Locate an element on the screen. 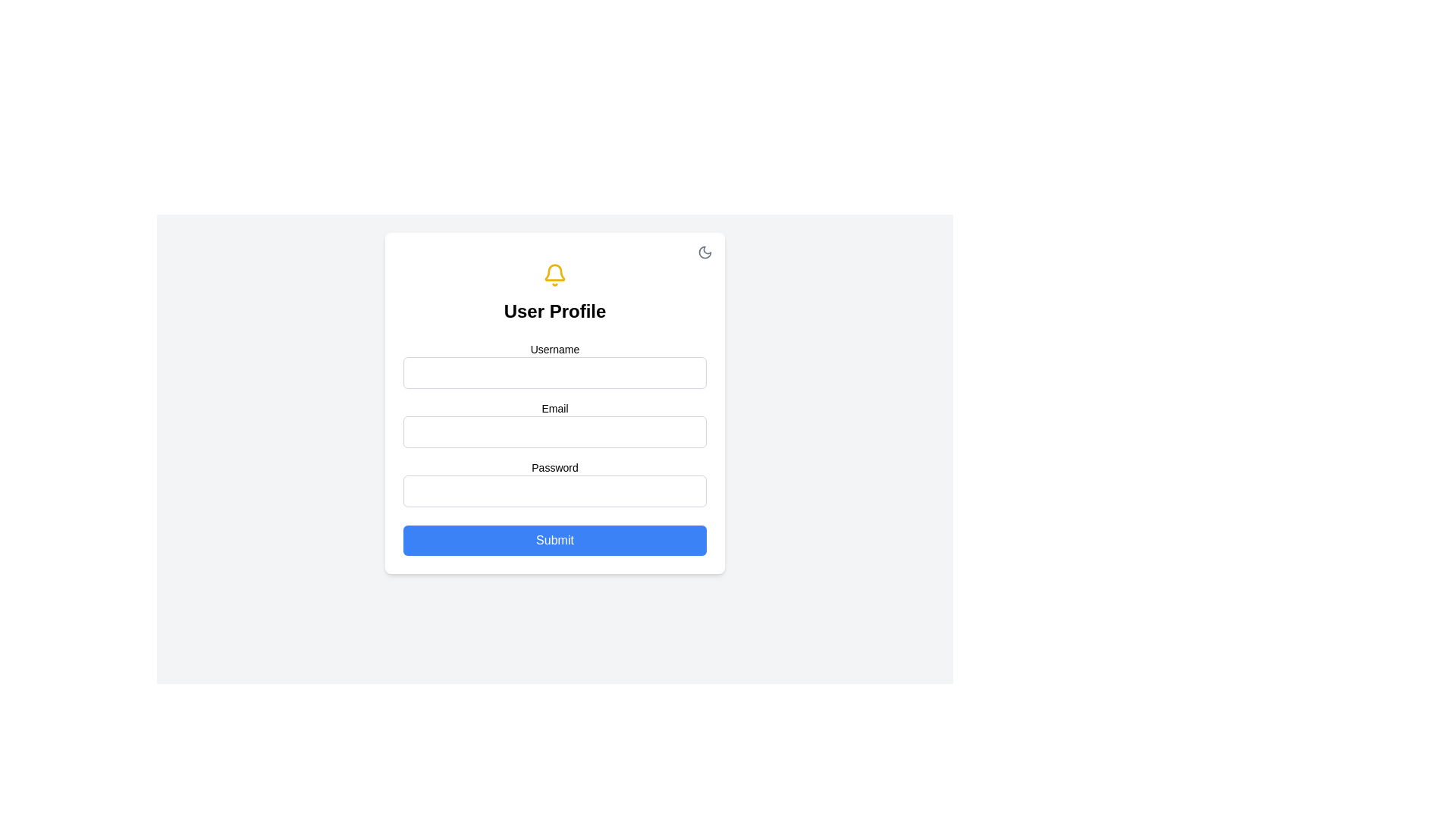 This screenshot has height=819, width=1456. the label indicating where the password should be entered, which is positioned above the password input field and below the email label in the middle portion of the form is located at coordinates (554, 467).